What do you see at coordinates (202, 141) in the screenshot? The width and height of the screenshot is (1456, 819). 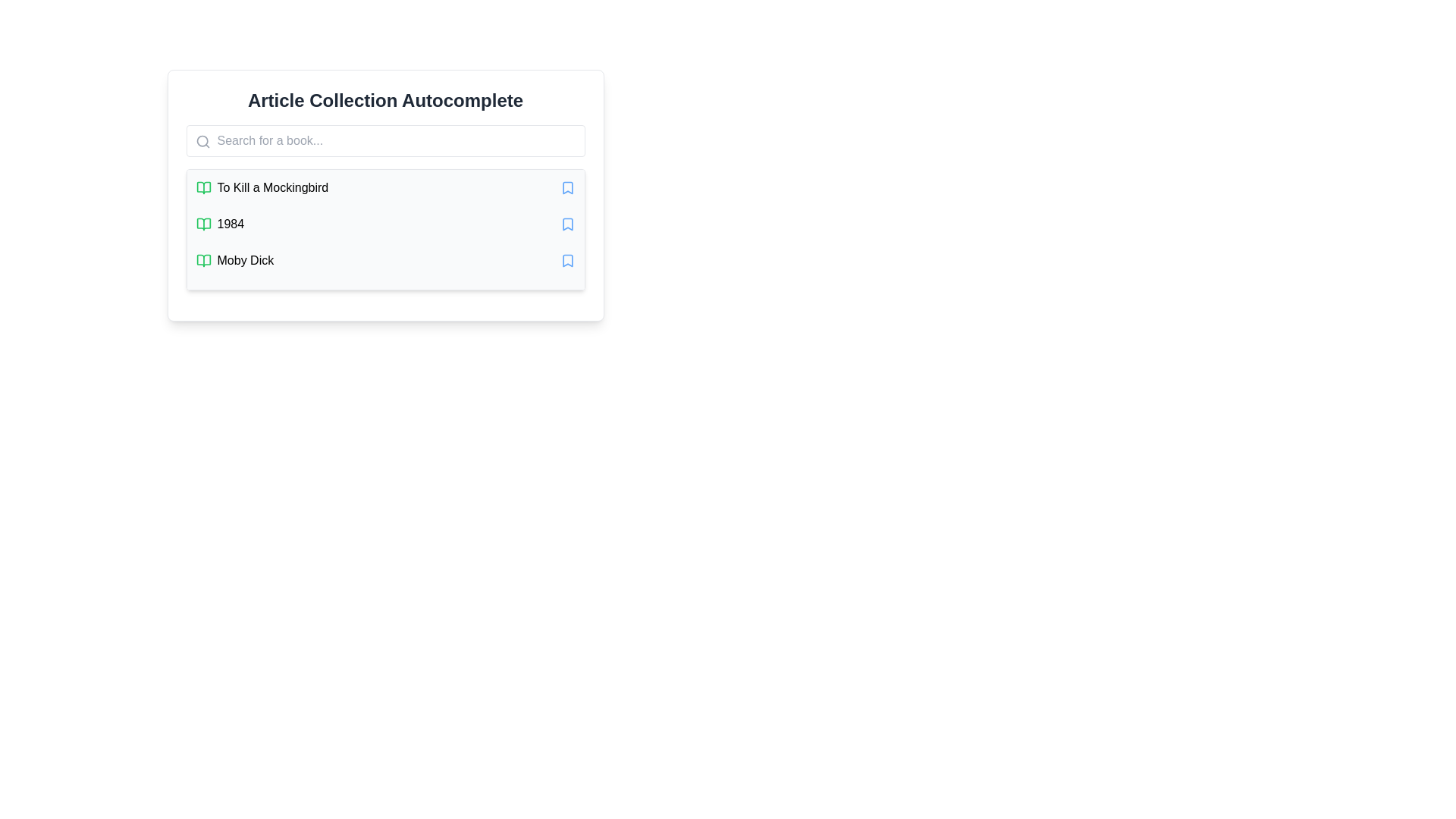 I see `the search icon located at the top left corner of the rounded text input field labeled 'Search for a book...'` at bounding box center [202, 141].